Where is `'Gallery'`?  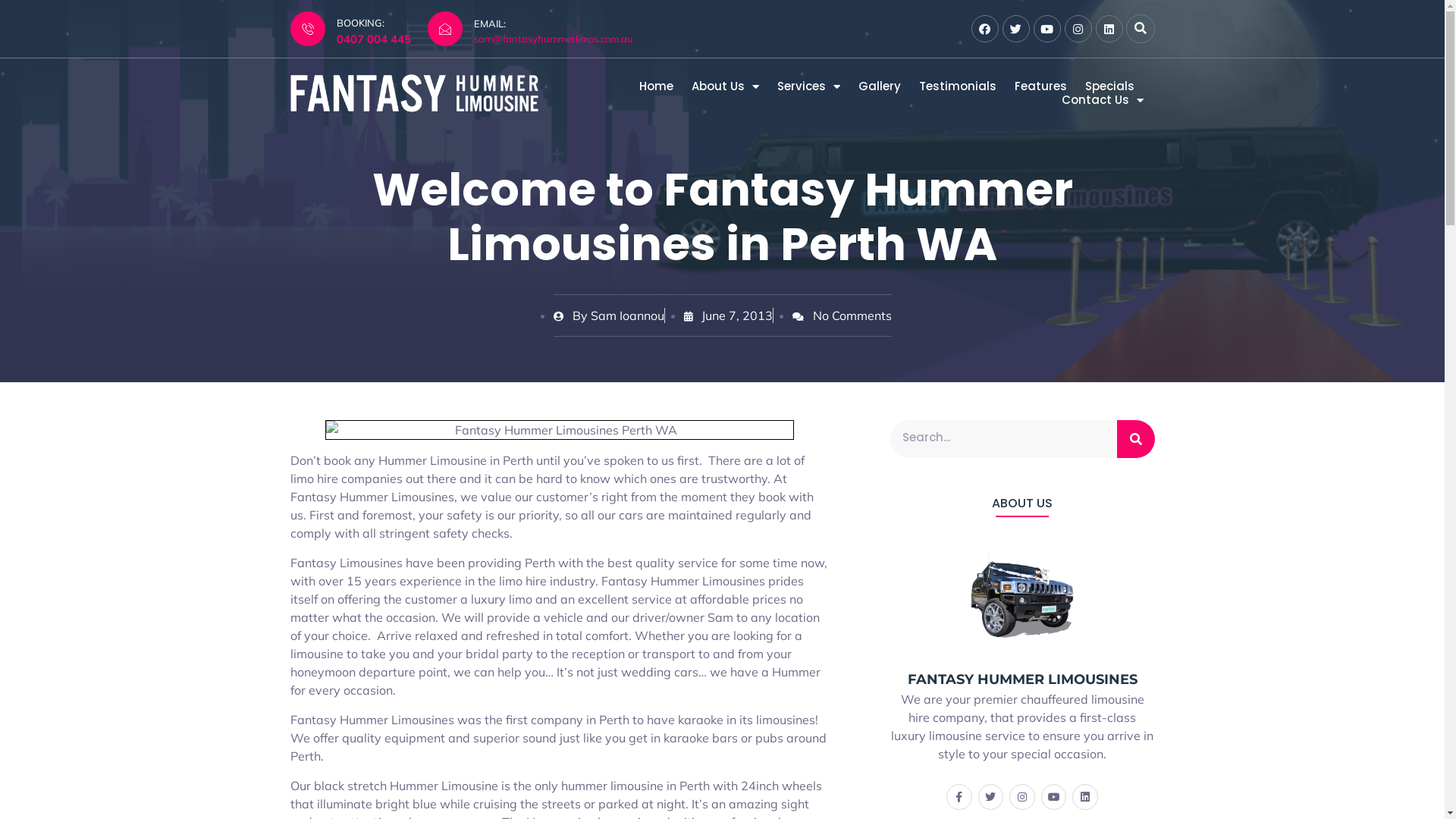 'Gallery' is located at coordinates (858, 86).